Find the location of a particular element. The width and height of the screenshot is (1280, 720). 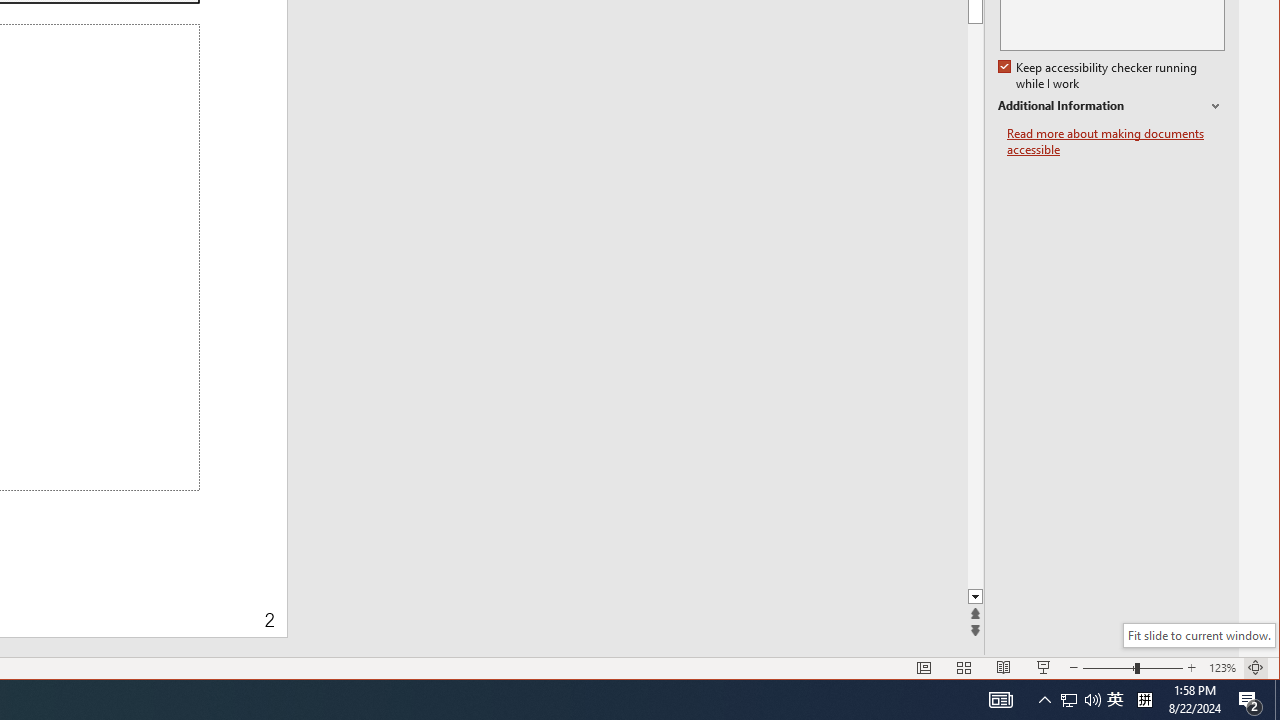

'Additional Information' is located at coordinates (1110, 106).